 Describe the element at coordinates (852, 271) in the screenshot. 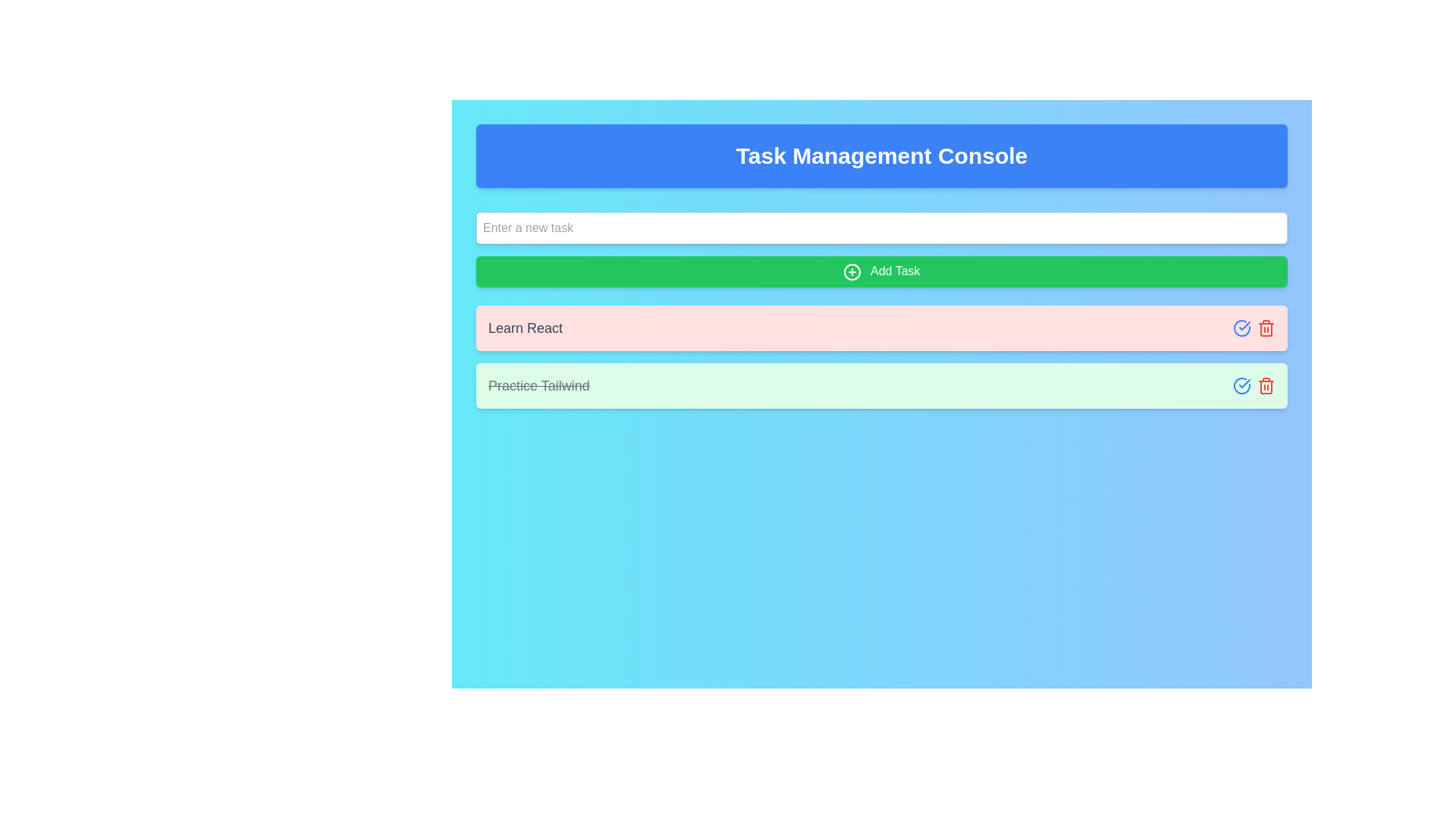

I see `the 'Add Task' icon located on the left side of the button's text to create a new task` at that location.